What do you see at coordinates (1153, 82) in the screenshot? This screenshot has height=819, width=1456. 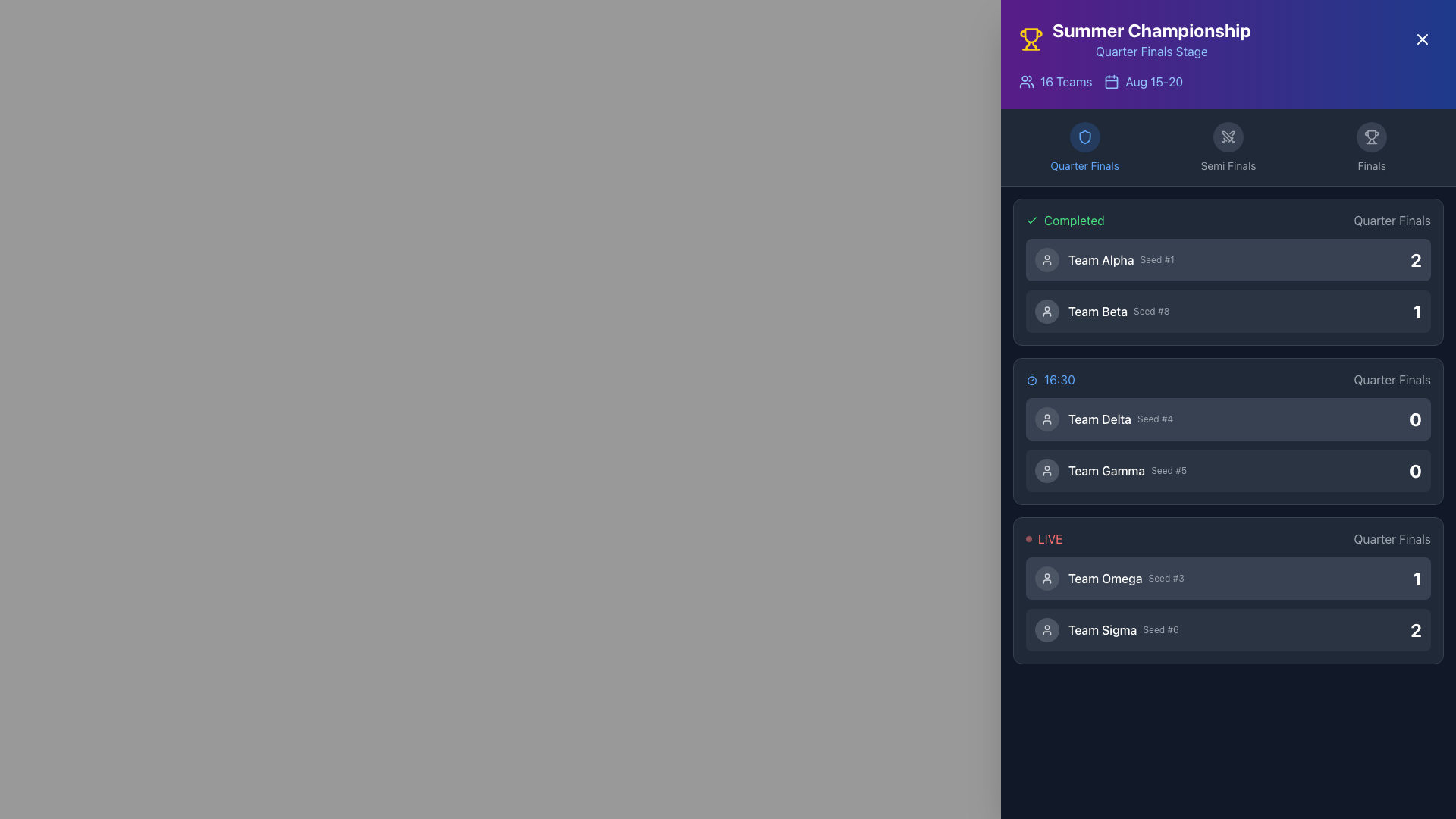 I see `the text label displaying 'Aug 15-20' in white, which is centered on a purple background and located in the header section labeled 'Summer Championship'` at bounding box center [1153, 82].